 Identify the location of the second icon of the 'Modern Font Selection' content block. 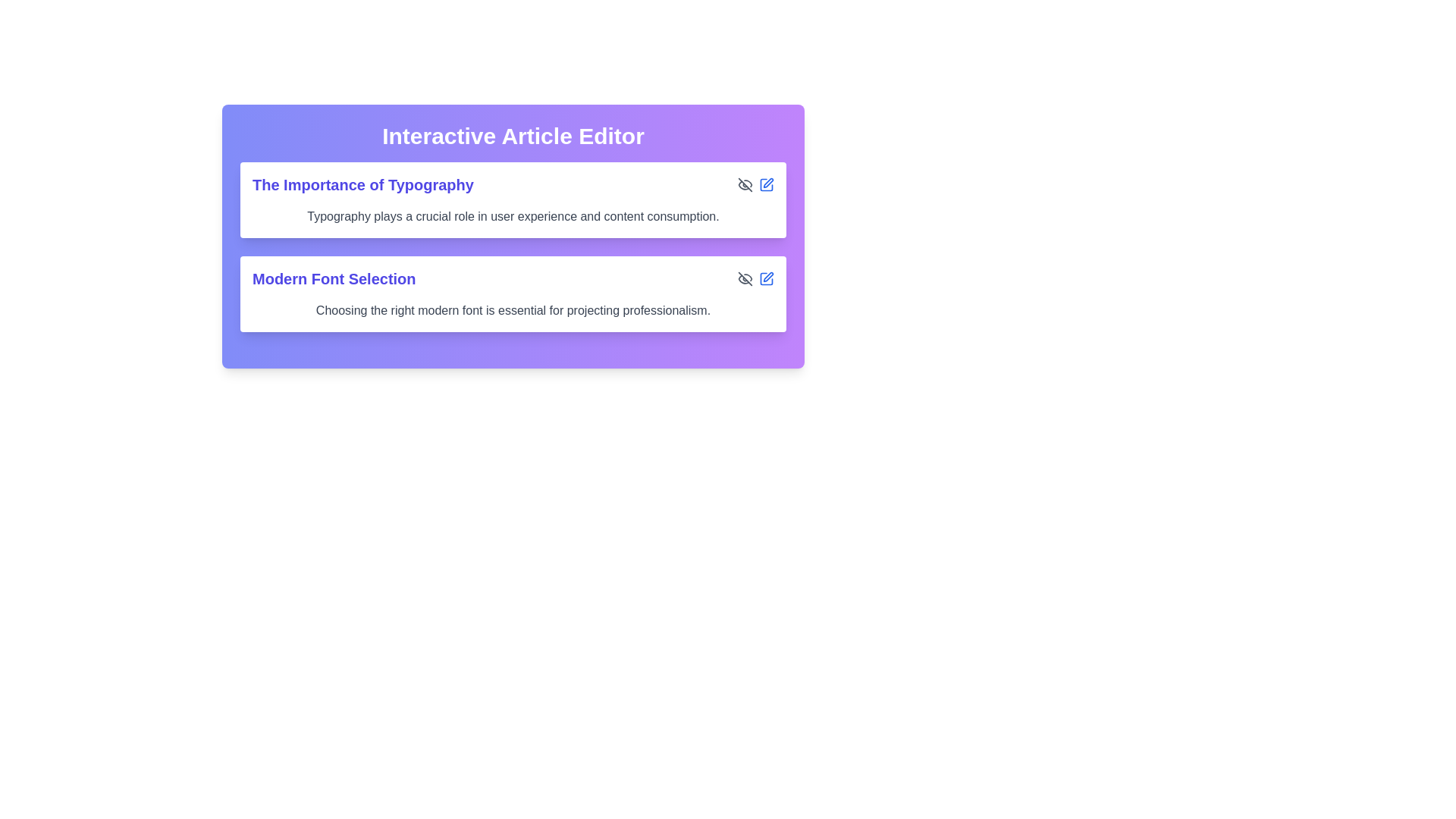
(767, 278).